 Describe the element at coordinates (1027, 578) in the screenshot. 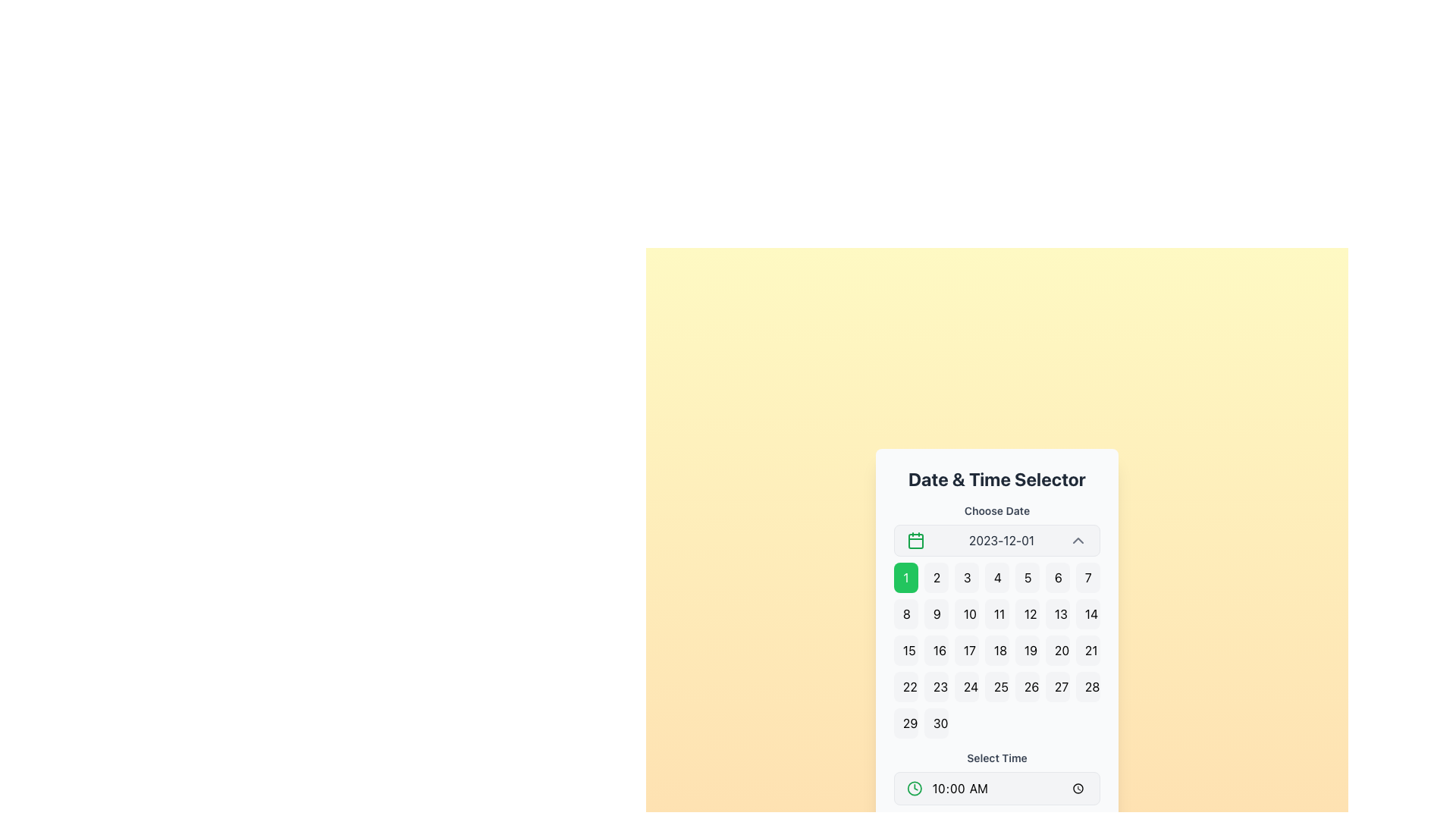

I see `the button displaying the number '5' in a grid layout under the 'Date & Time Selector' heading` at that location.